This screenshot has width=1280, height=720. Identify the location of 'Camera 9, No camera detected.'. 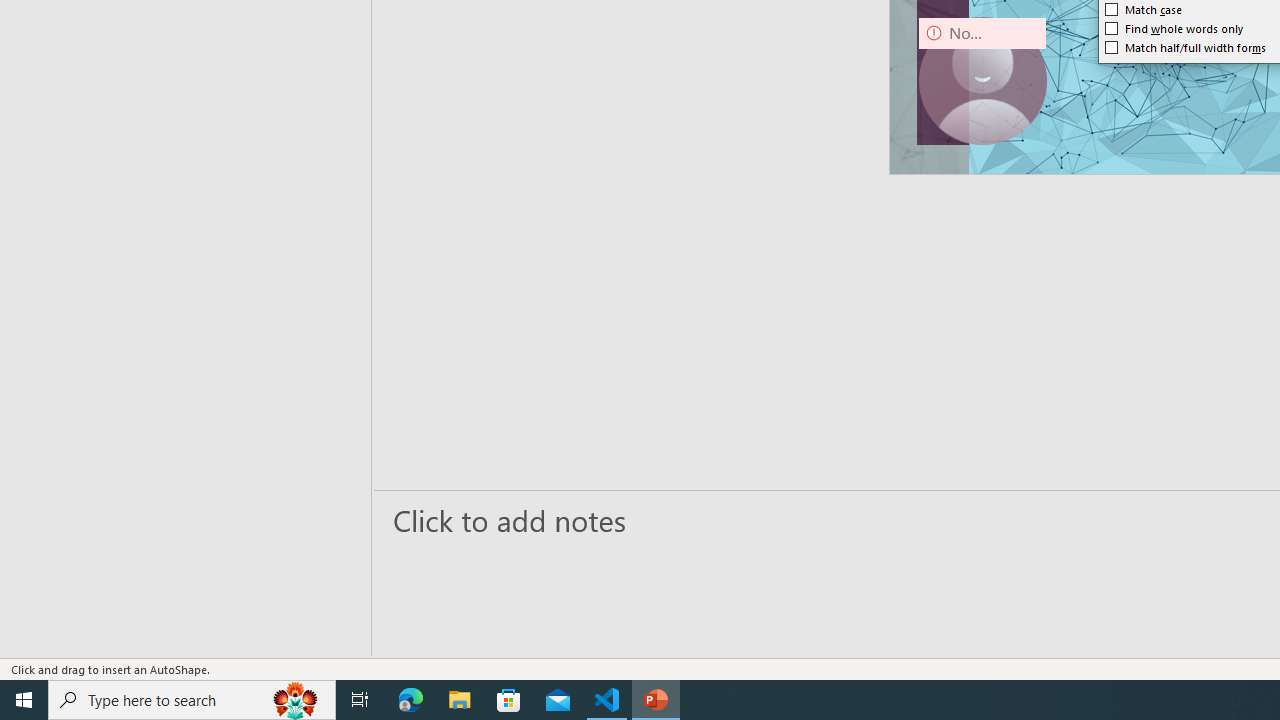
(982, 80).